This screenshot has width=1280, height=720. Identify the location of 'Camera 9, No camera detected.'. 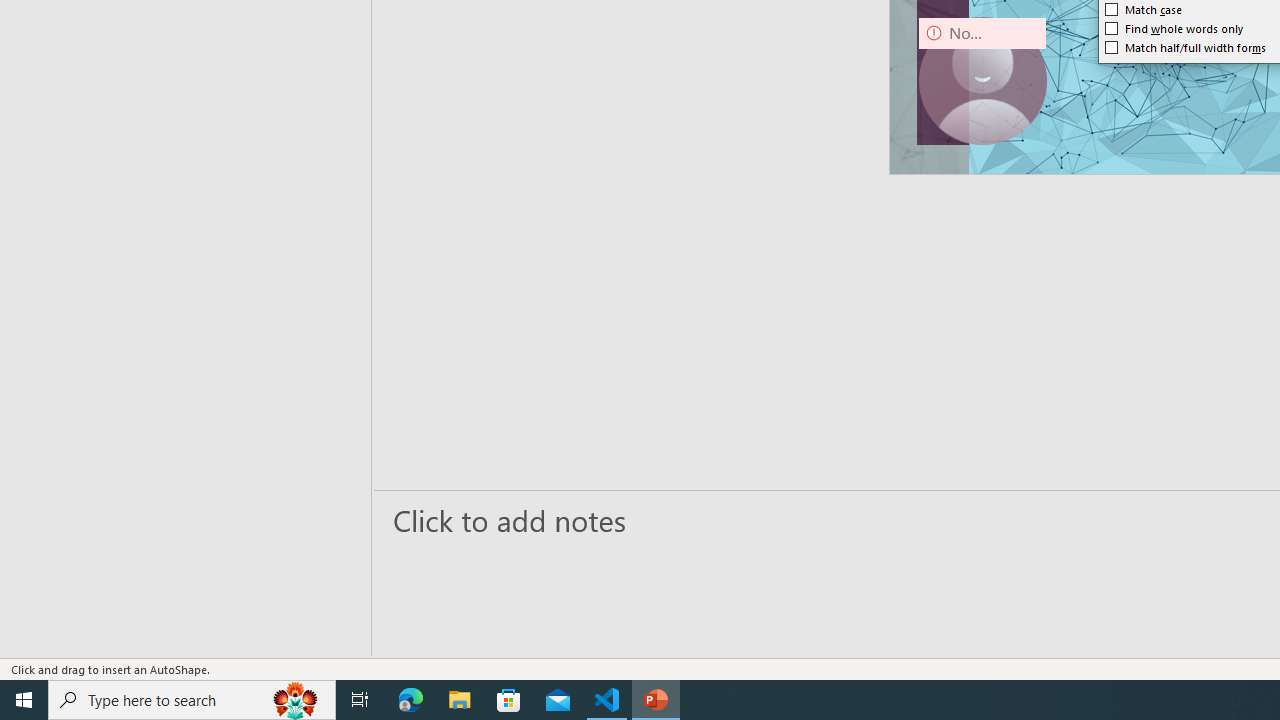
(982, 80).